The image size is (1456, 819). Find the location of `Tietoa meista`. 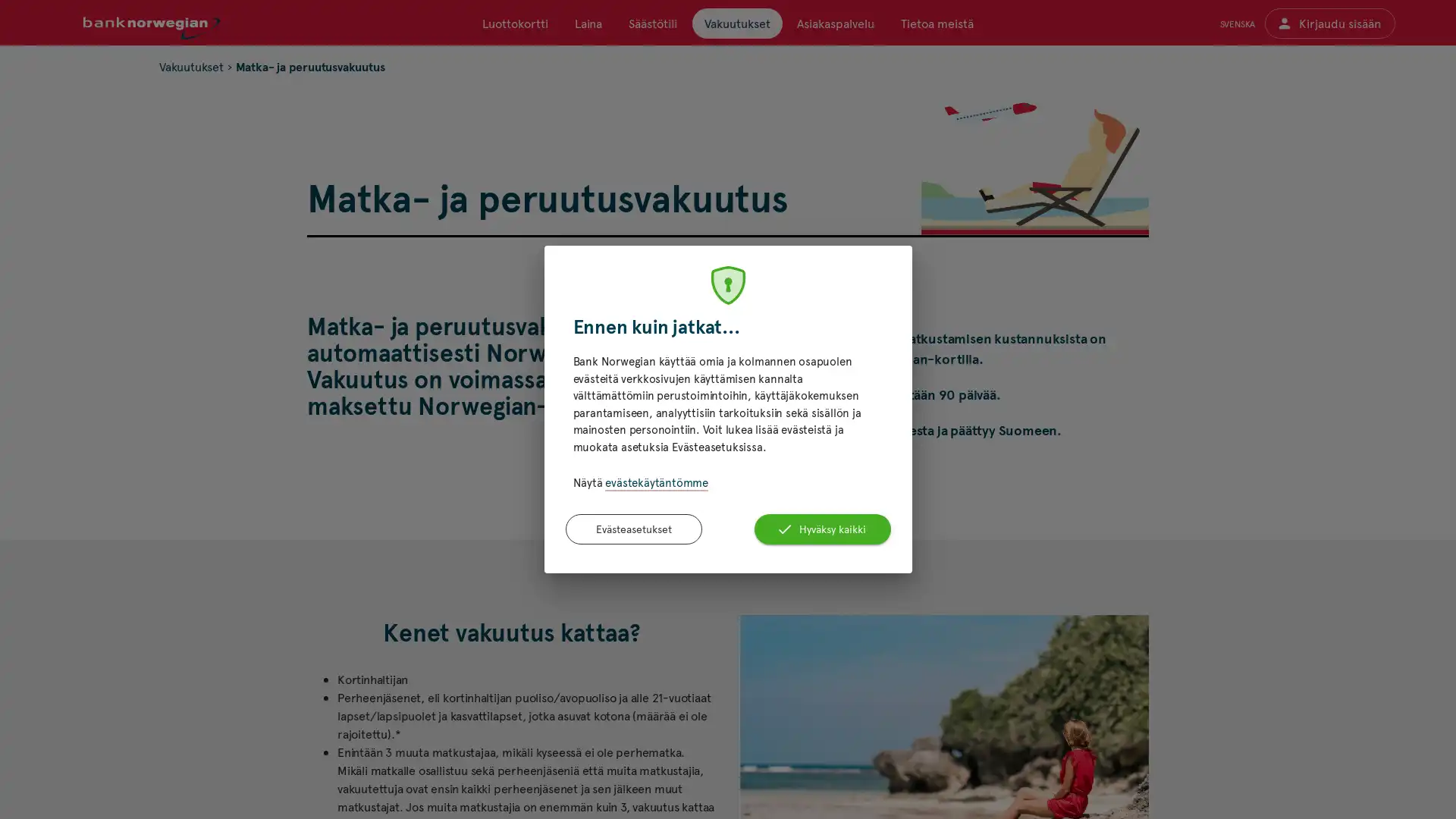

Tietoa meista is located at coordinates (935, 23).